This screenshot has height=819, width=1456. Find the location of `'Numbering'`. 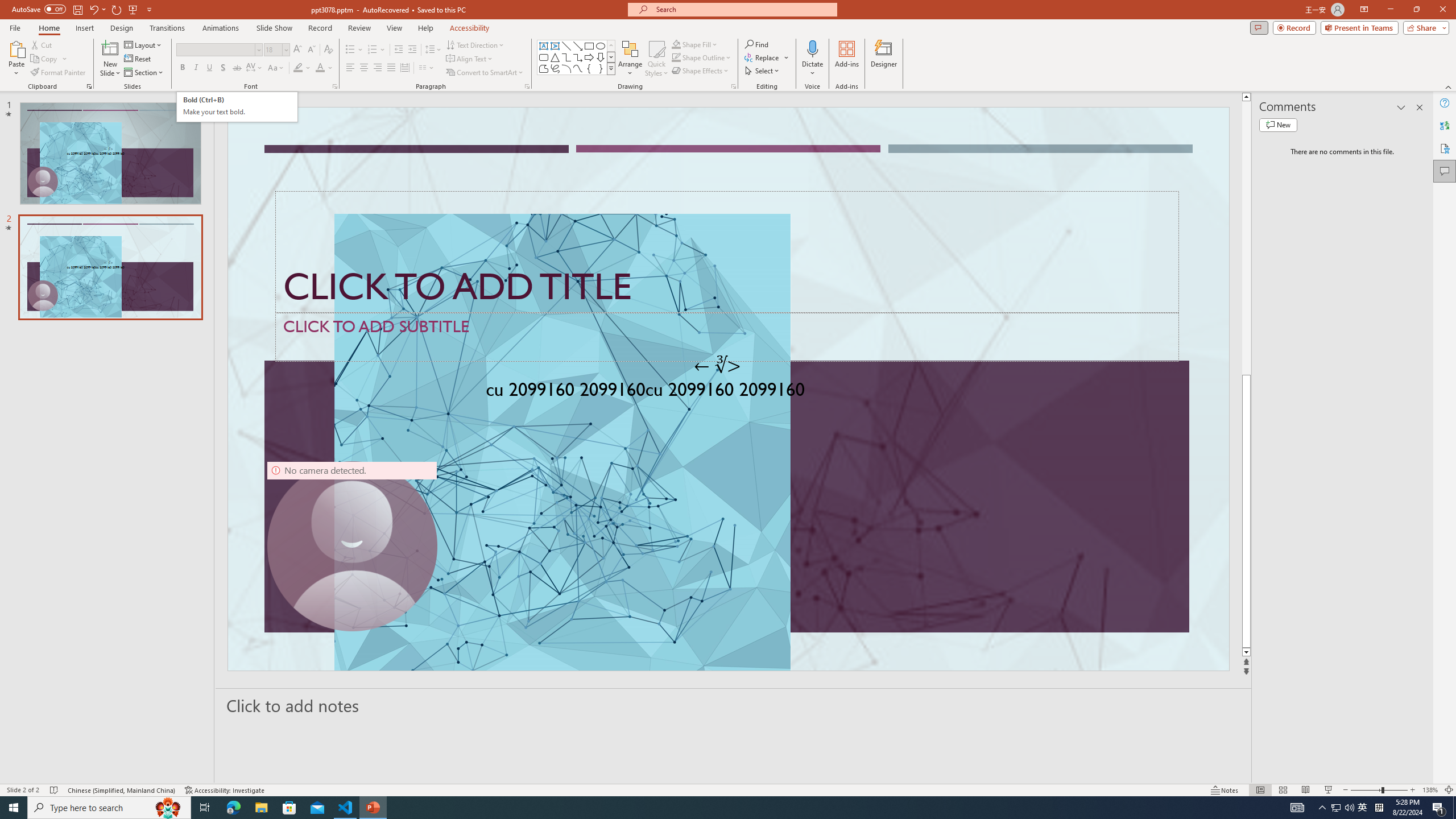

'Numbering' is located at coordinates (373, 49).